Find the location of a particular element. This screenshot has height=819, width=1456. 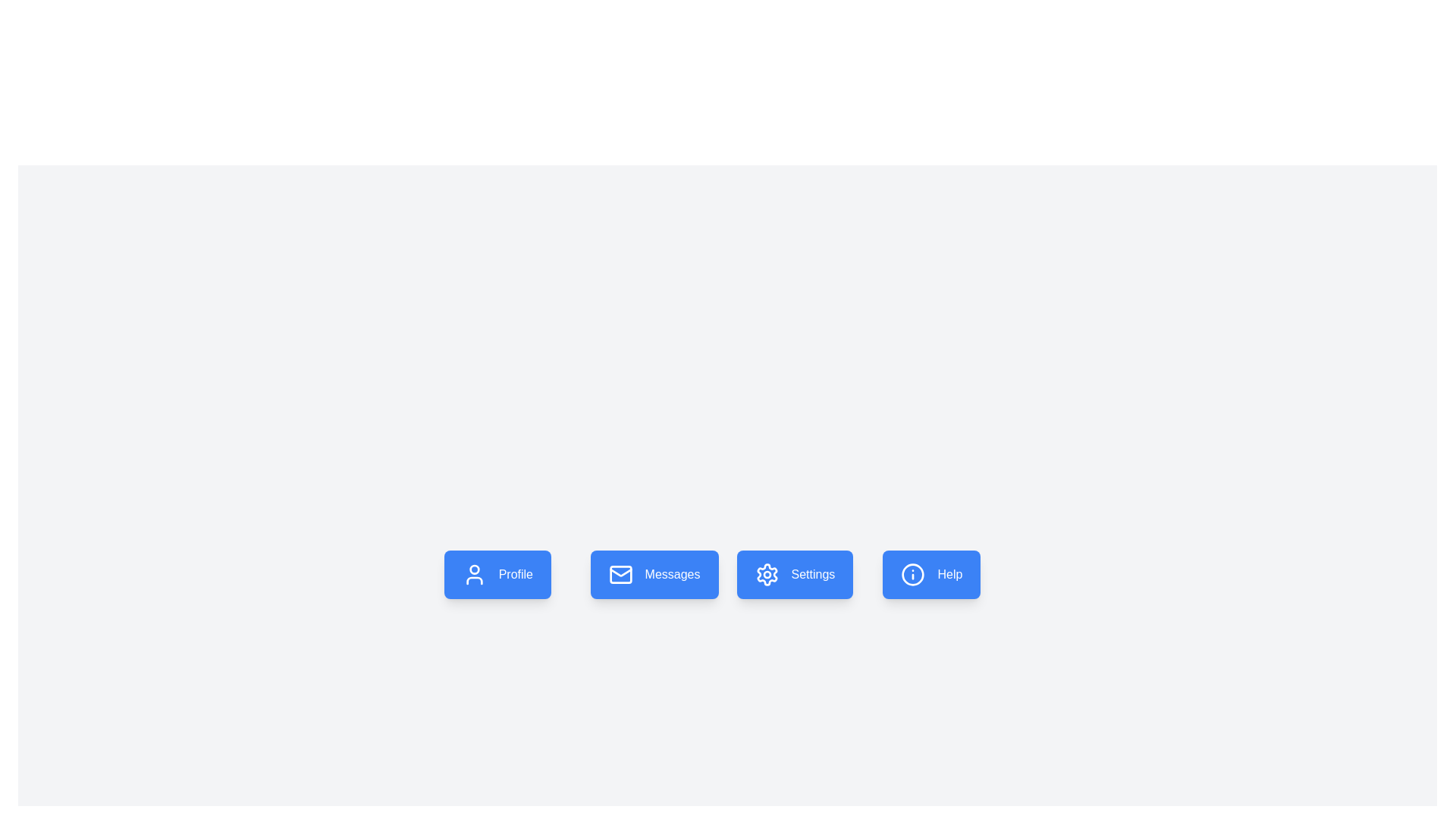

the help button, the fourth button in a row of four is located at coordinates (946, 575).